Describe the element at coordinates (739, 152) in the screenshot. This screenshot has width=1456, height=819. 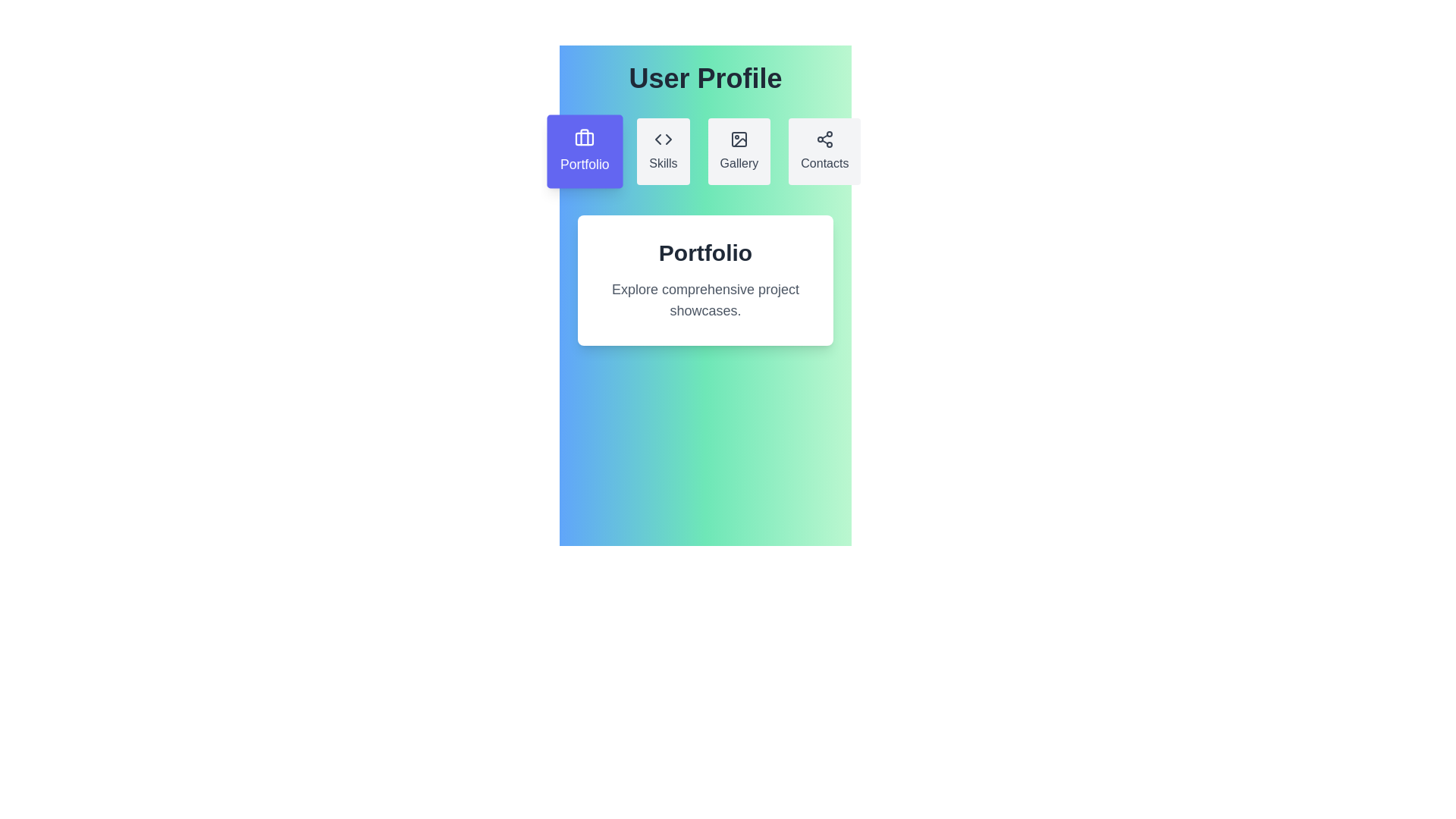
I see `the tab labeled Gallery to see its hover effect` at that location.